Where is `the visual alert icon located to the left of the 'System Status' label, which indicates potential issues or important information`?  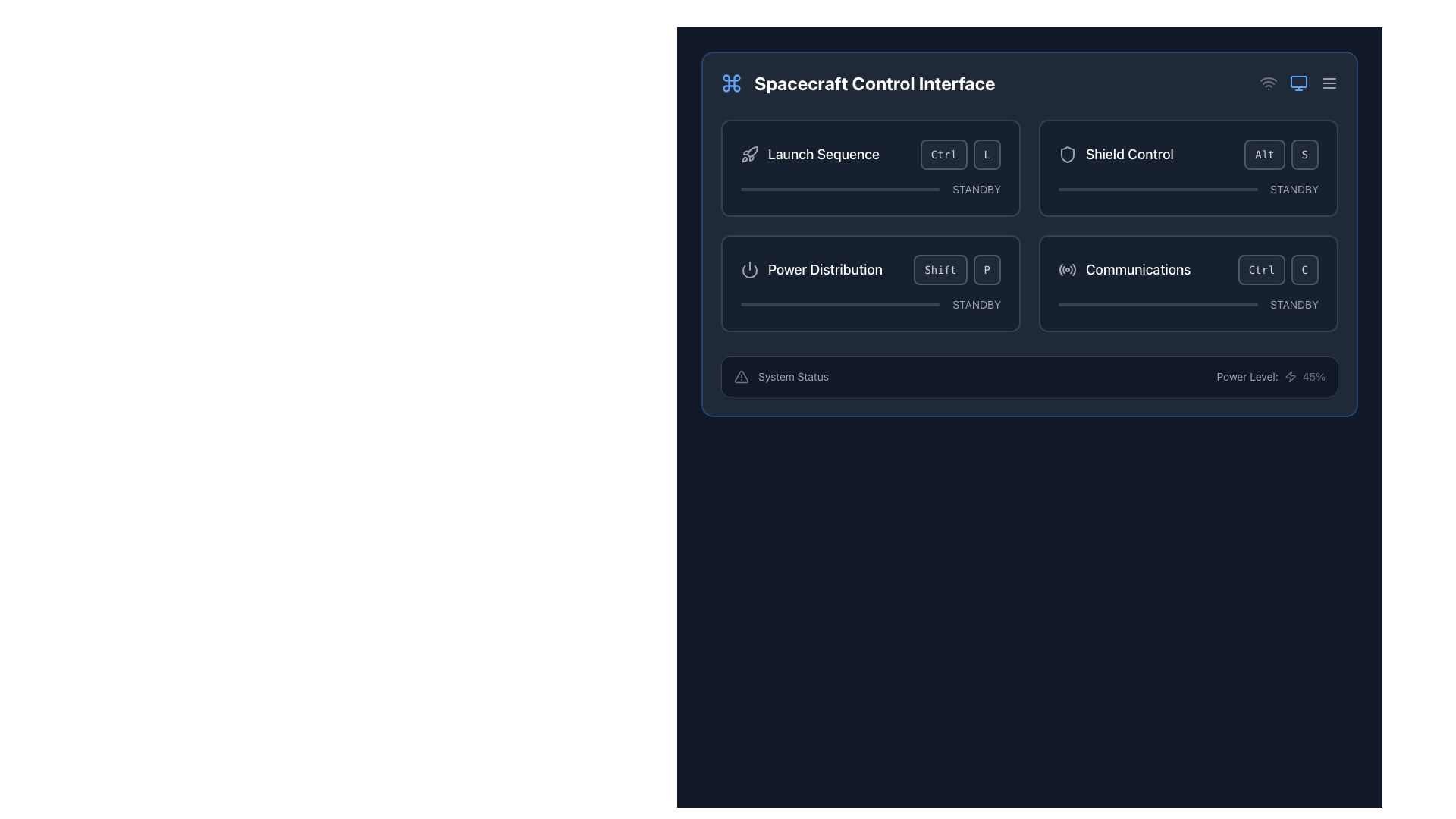 the visual alert icon located to the left of the 'System Status' label, which indicates potential issues or important information is located at coordinates (742, 376).